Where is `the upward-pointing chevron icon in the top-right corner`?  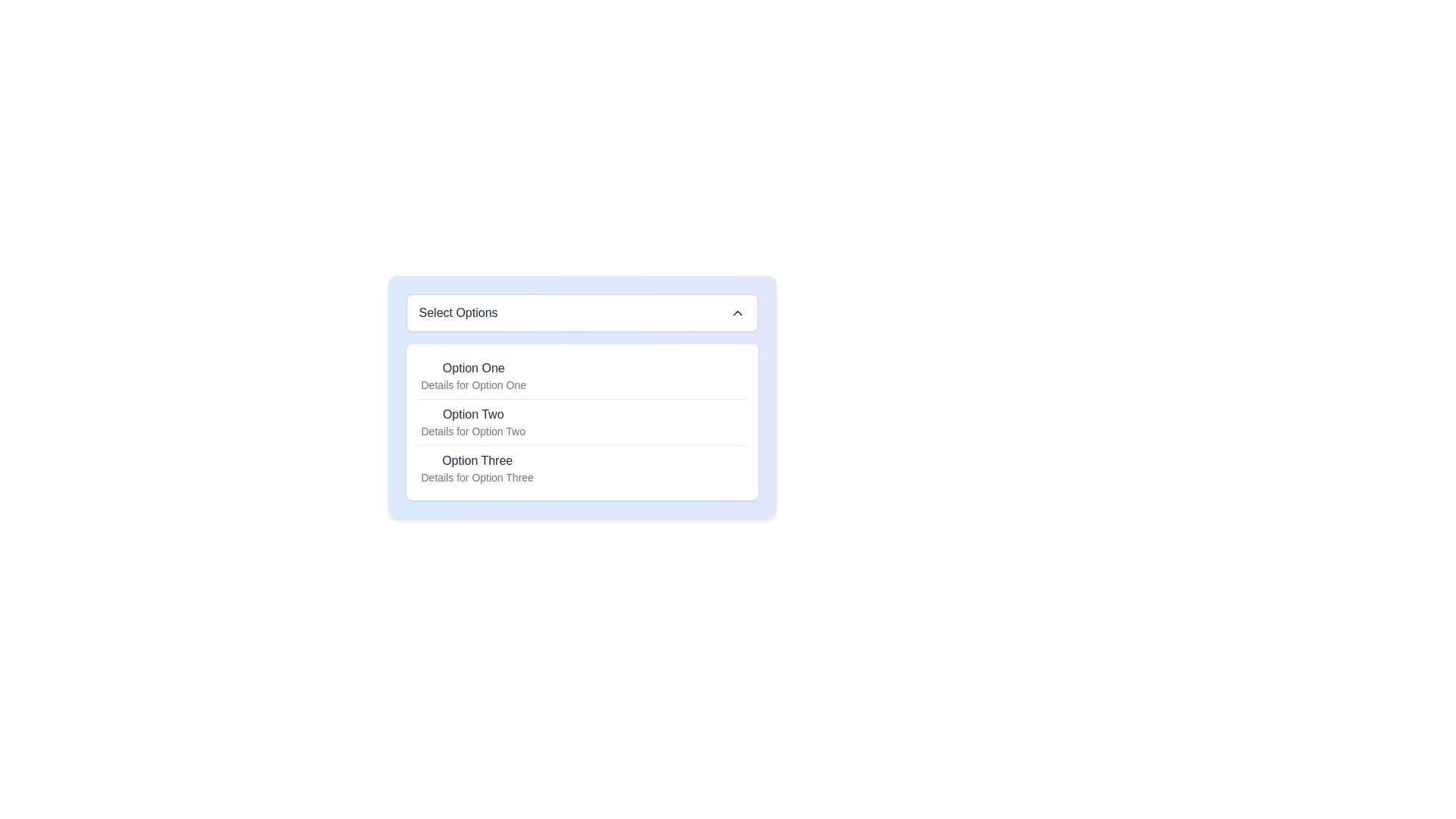
the upward-pointing chevron icon in the top-right corner is located at coordinates (737, 312).